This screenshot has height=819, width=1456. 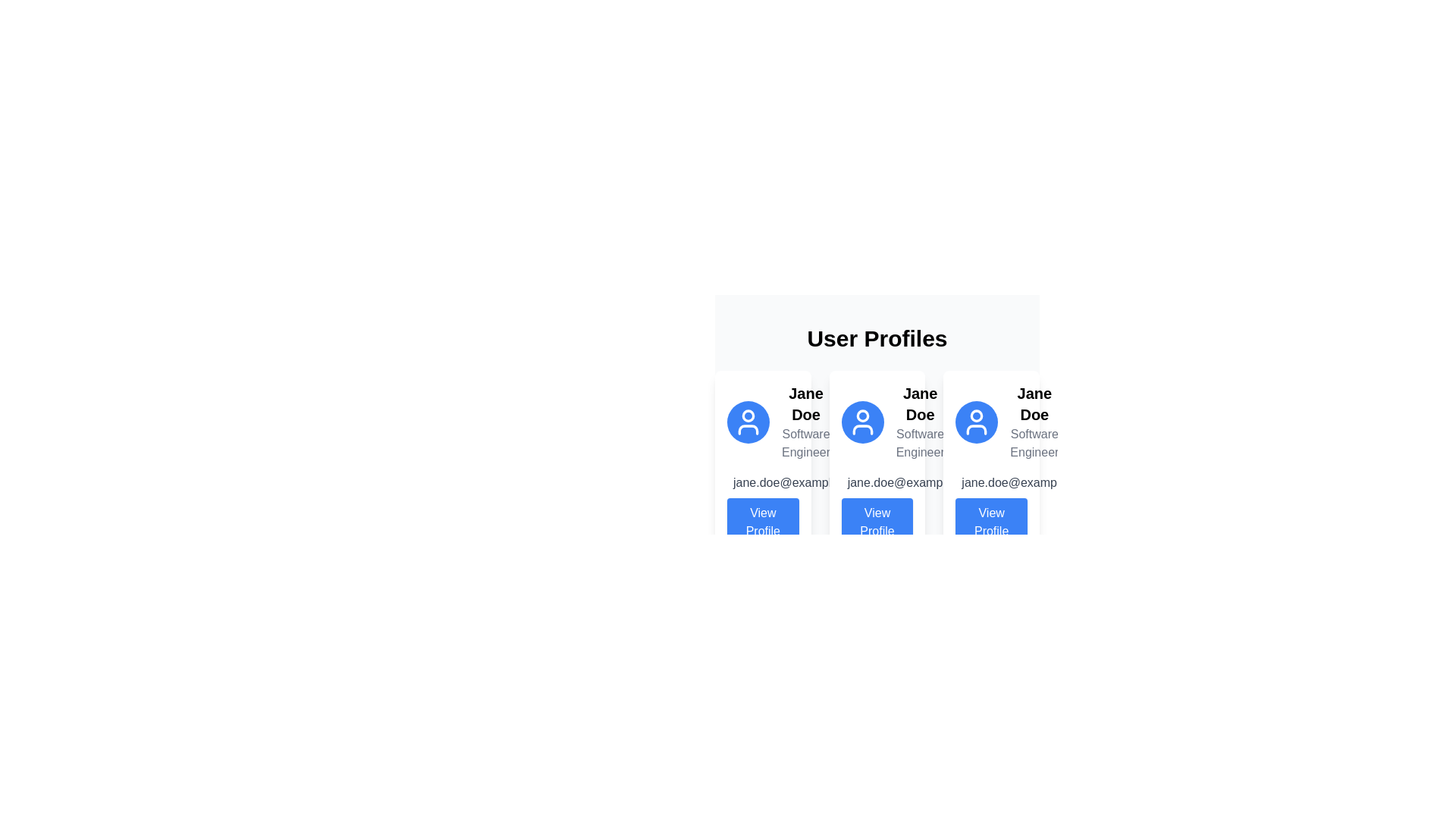 I want to click on the second user profile icon from the left under the 'User Profiles' header, which visually represents a user associated with the profile data, so click(x=862, y=422).